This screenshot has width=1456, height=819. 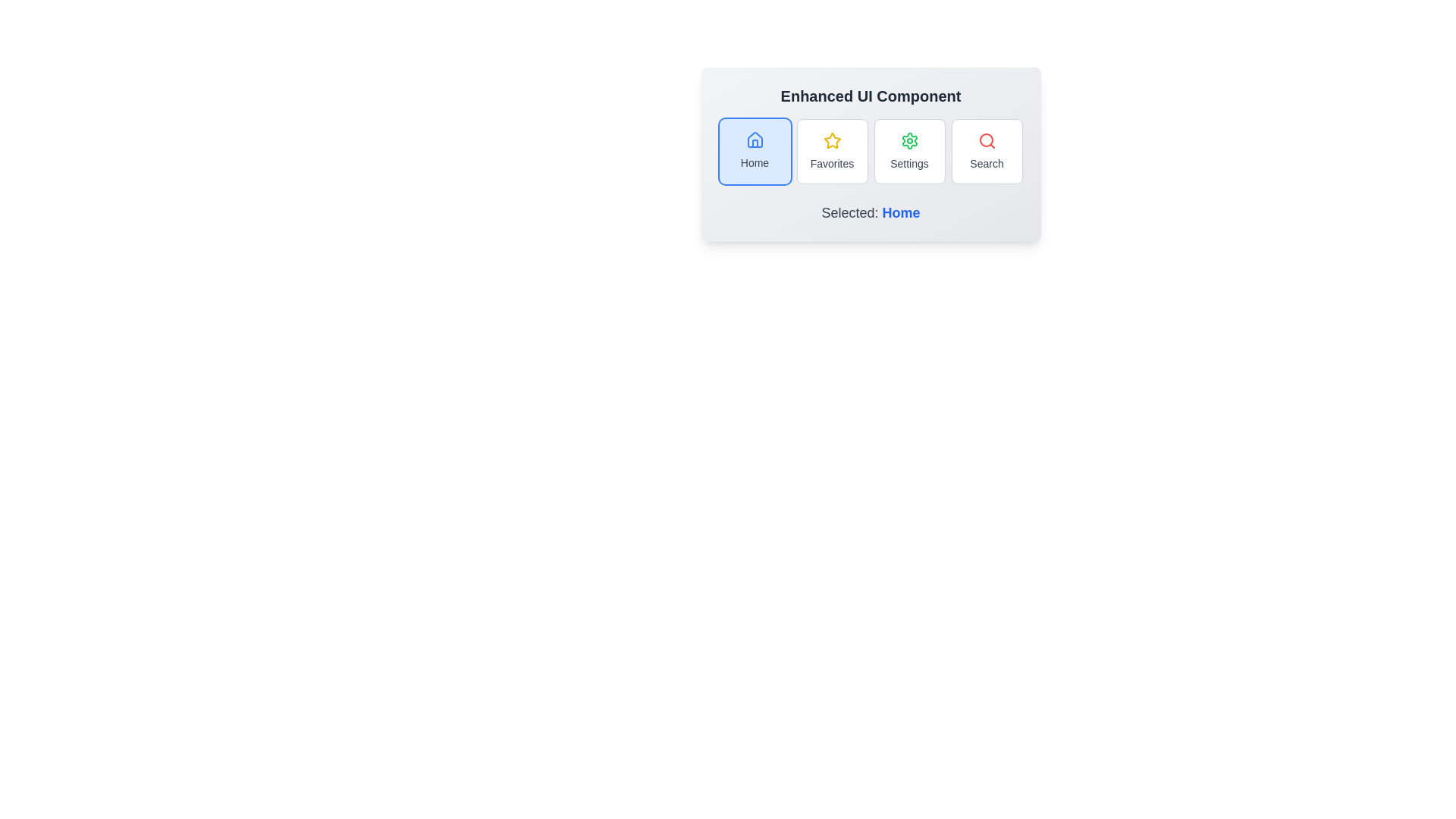 I want to click on text label displaying 'Home' in gray color located below the home icon in the horizontal navigation bar, so click(x=755, y=163).